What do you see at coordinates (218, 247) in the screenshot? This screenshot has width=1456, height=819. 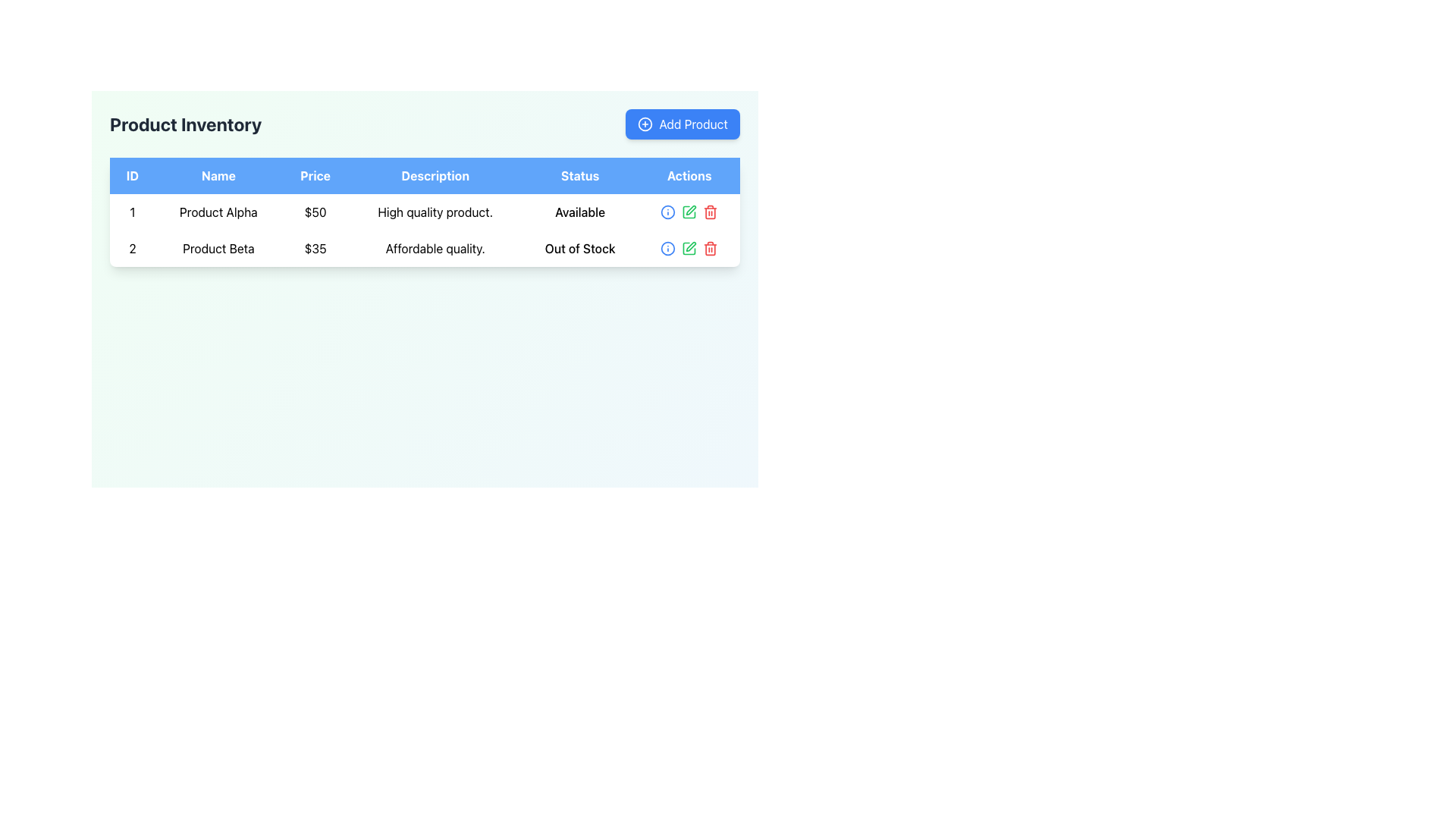 I see `the text label displaying 'Product Beta', which is the second item in the 'Name' column of the product inventory table` at bounding box center [218, 247].